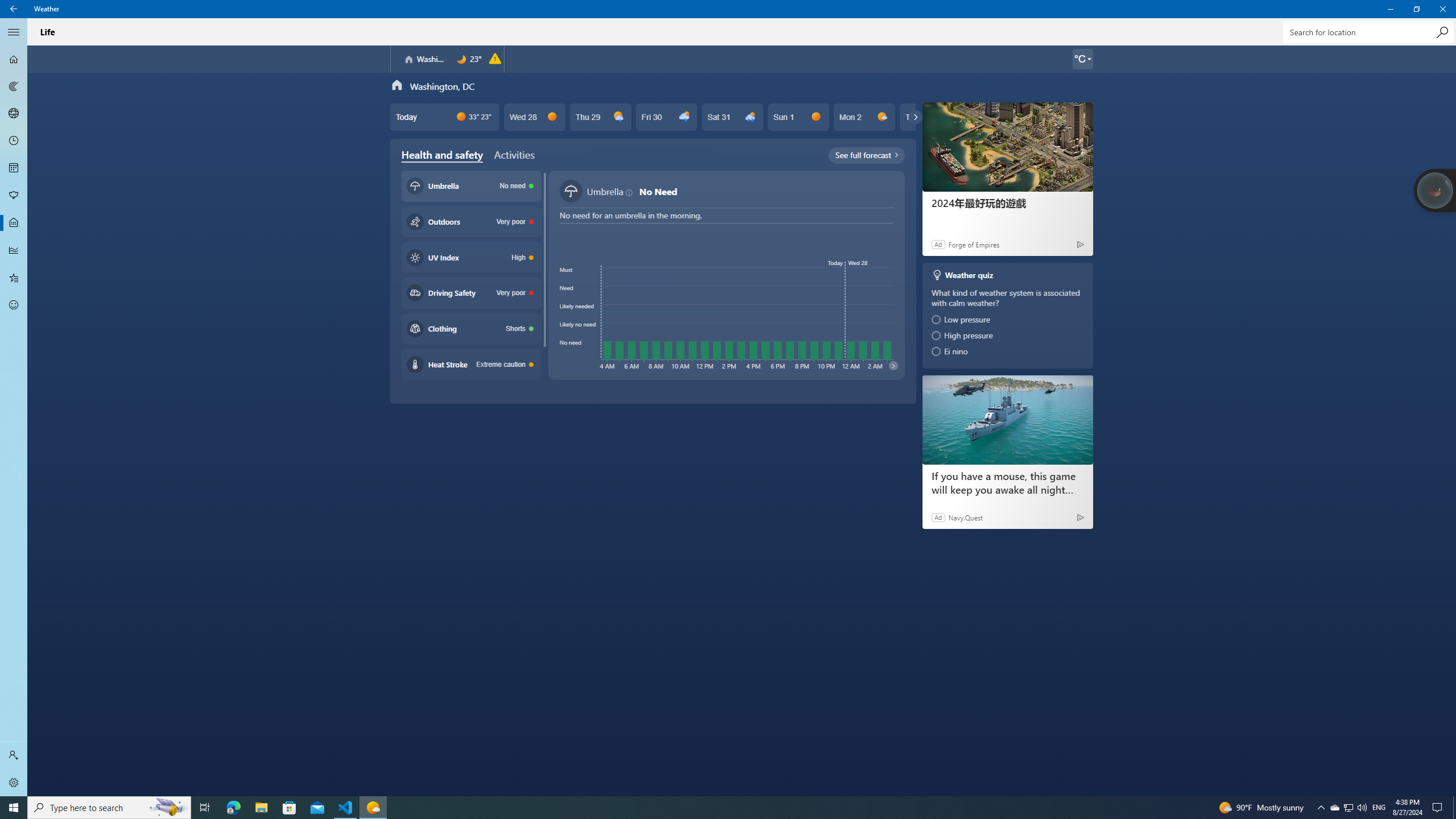 Image resolution: width=1456 pixels, height=819 pixels. I want to click on 'Weather - 1 running window', so click(373, 806).